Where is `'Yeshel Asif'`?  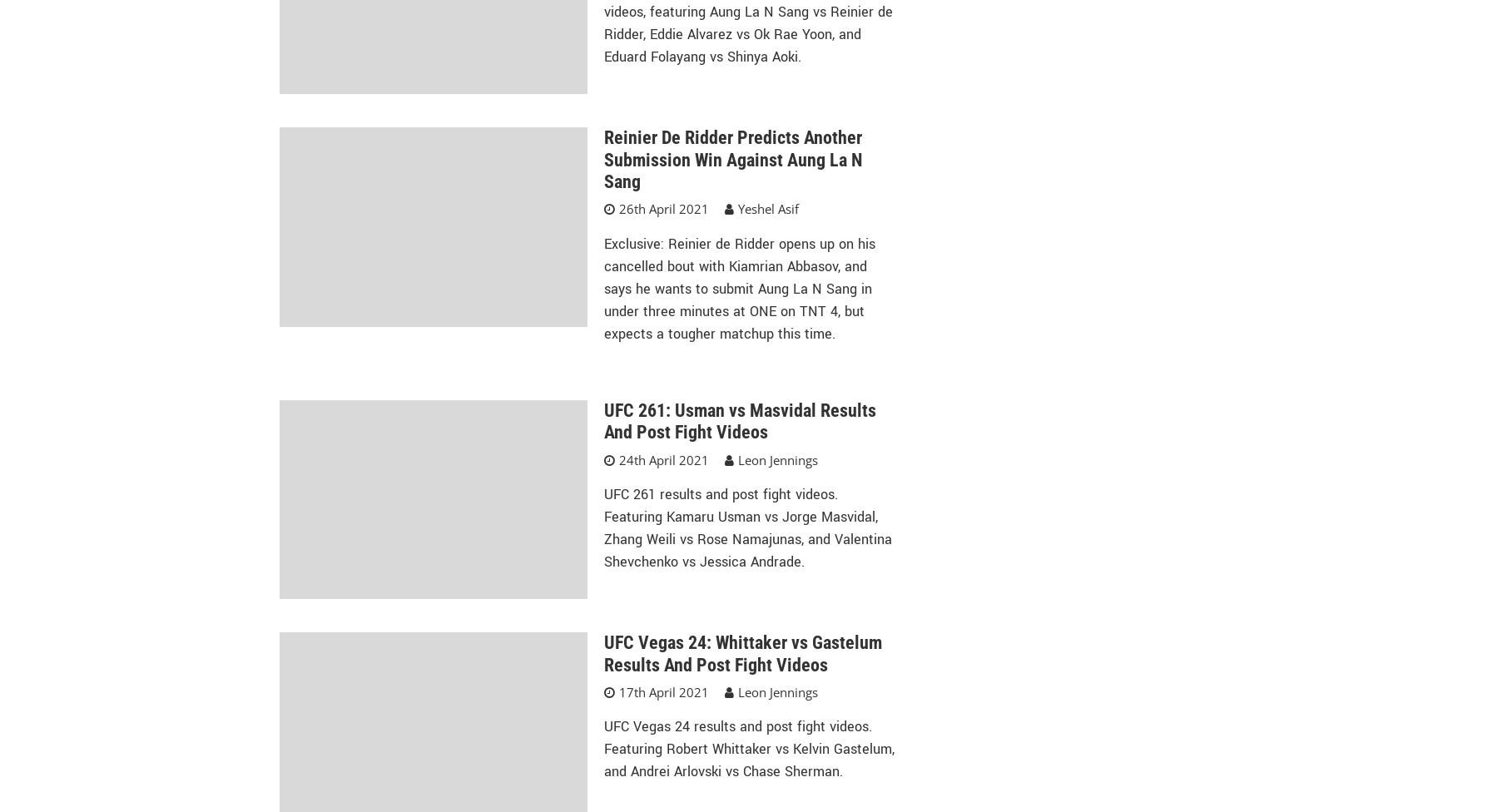 'Yeshel Asif' is located at coordinates (766, 209).